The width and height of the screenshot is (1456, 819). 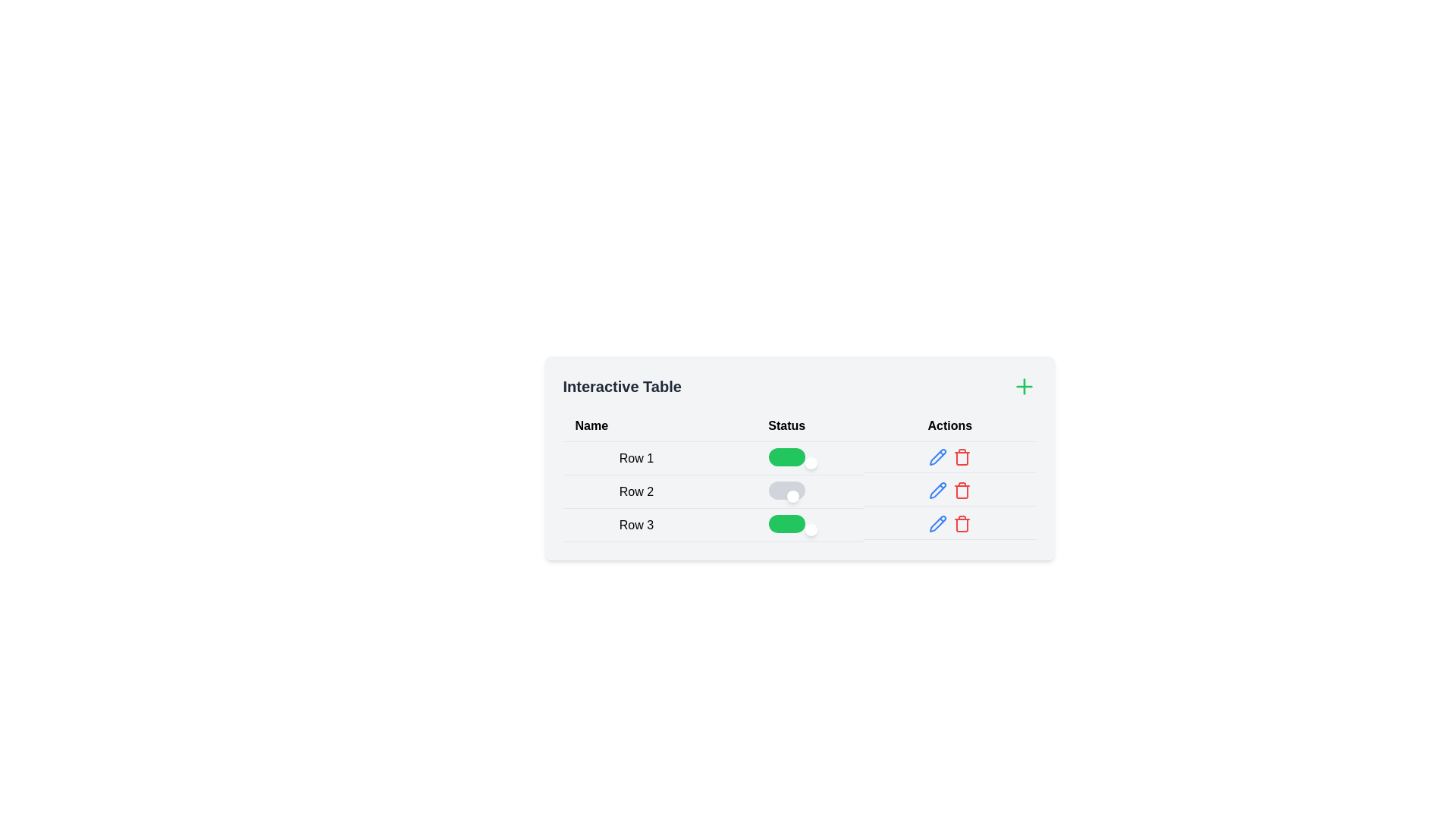 What do you see at coordinates (636, 457) in the screenshot?
I see `the Text element that displays the label for the first row of the table, located under the 'Name' column` at bounding box center [636, 457].